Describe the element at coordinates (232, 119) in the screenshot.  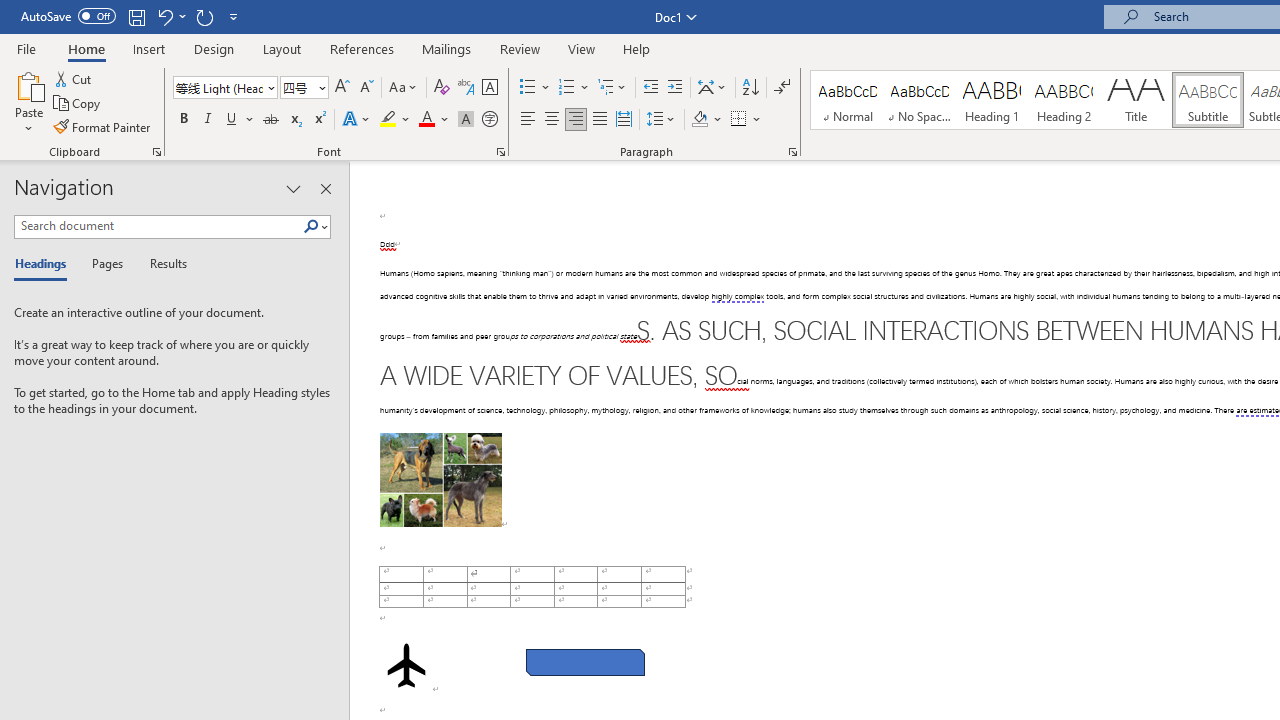
I see `'Underline'` at that location.